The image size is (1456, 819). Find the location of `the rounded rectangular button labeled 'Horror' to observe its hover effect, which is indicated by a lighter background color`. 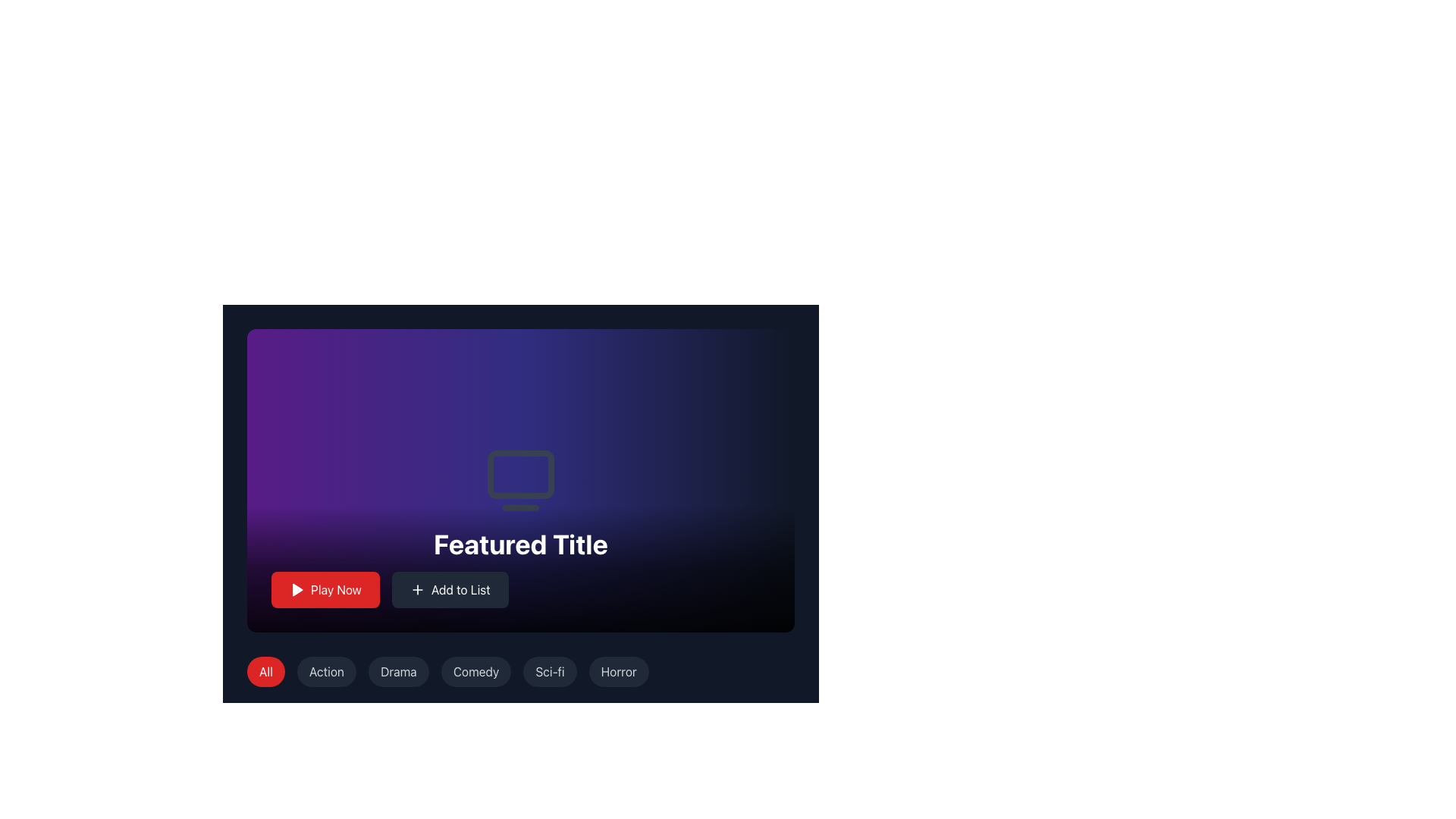

the rounded rectangular button labeled 'Horror' to observe its hover effect, which is indicated by a lighter background color is located at coordinates (619, 671).